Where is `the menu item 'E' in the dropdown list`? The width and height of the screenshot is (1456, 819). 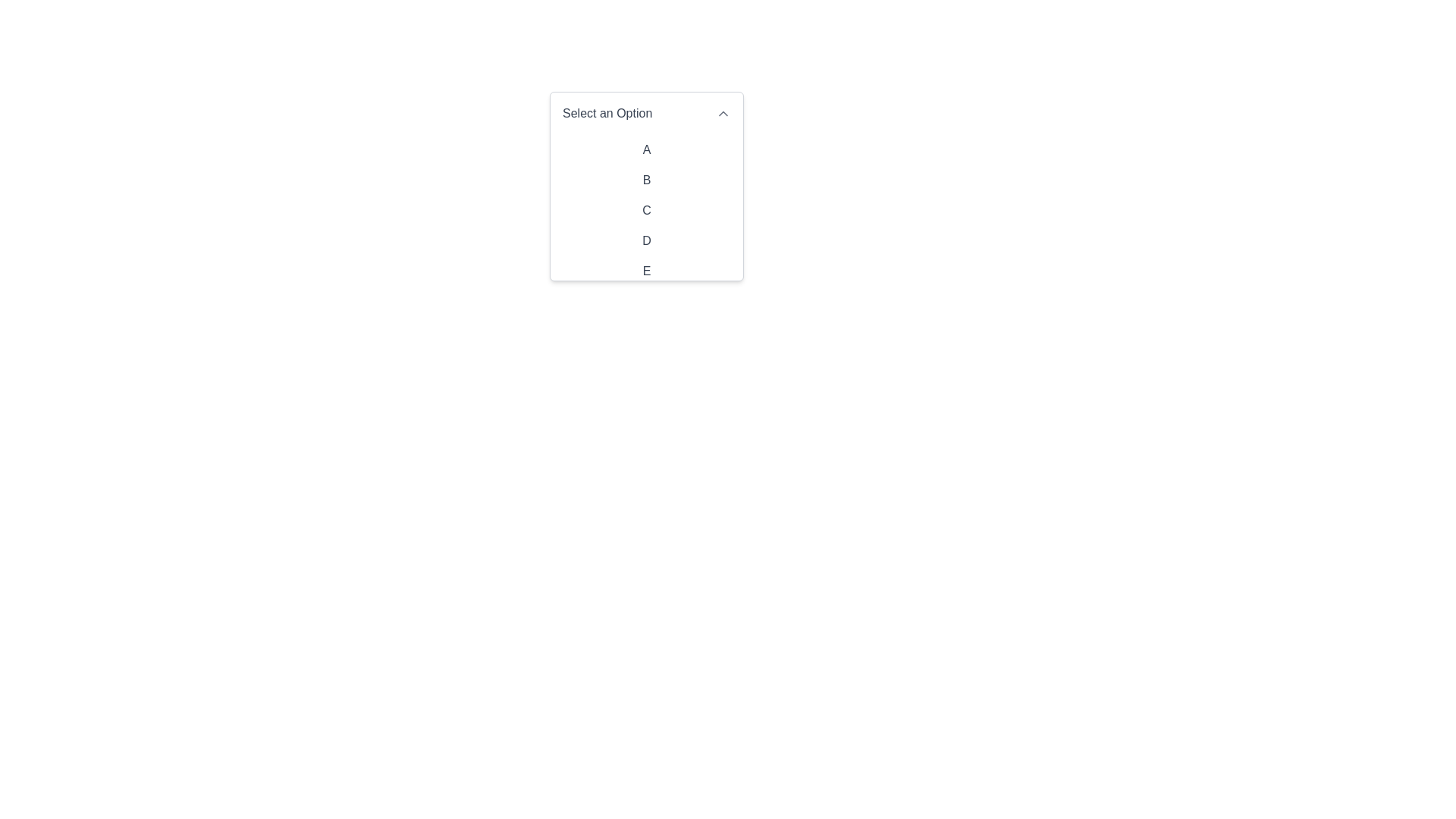 the menu item 'E' in the dropdown list is located at coordinates (647, 271).